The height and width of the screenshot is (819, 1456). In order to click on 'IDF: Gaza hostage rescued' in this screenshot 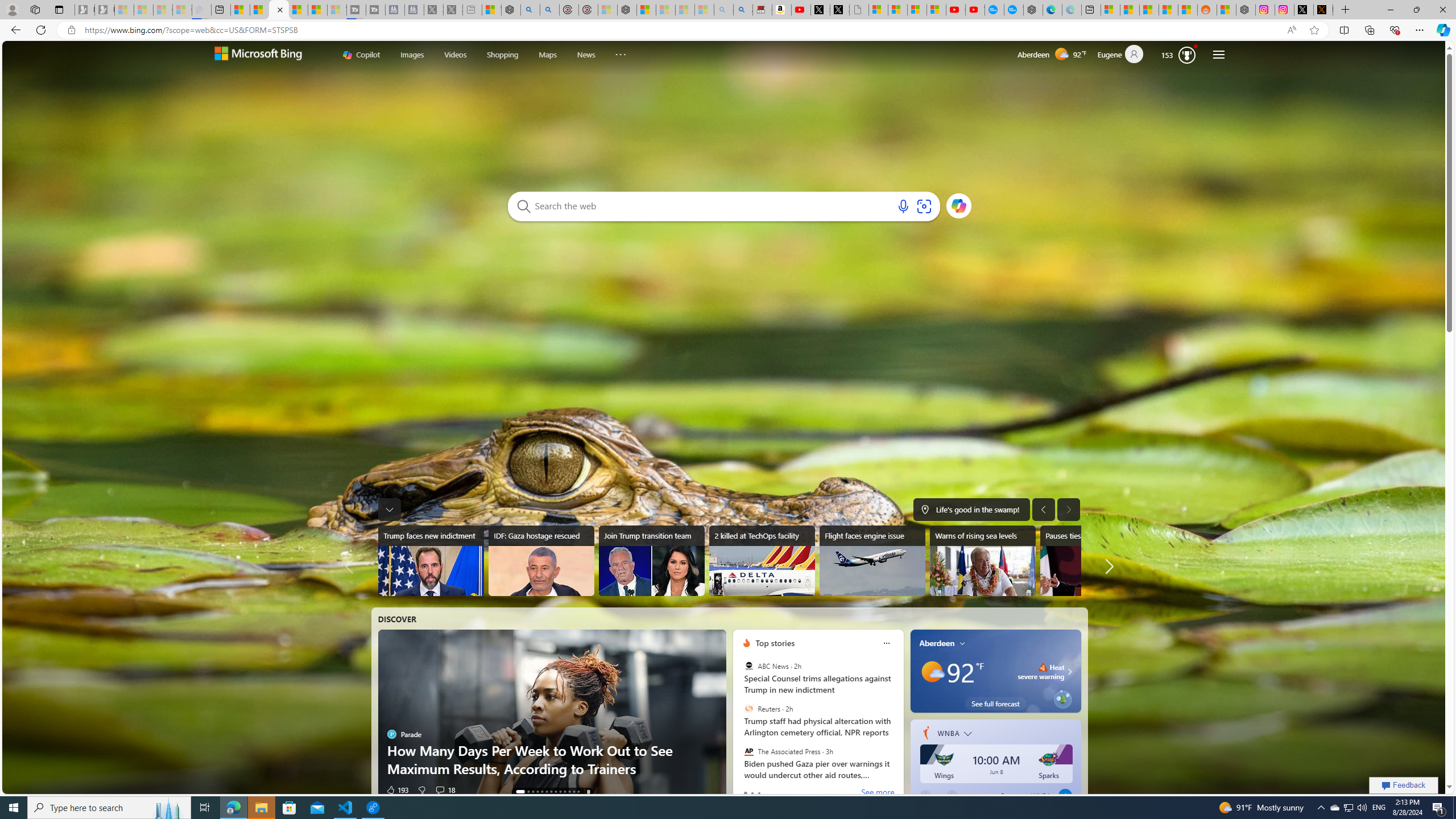, I will do `click(540, 560)`.